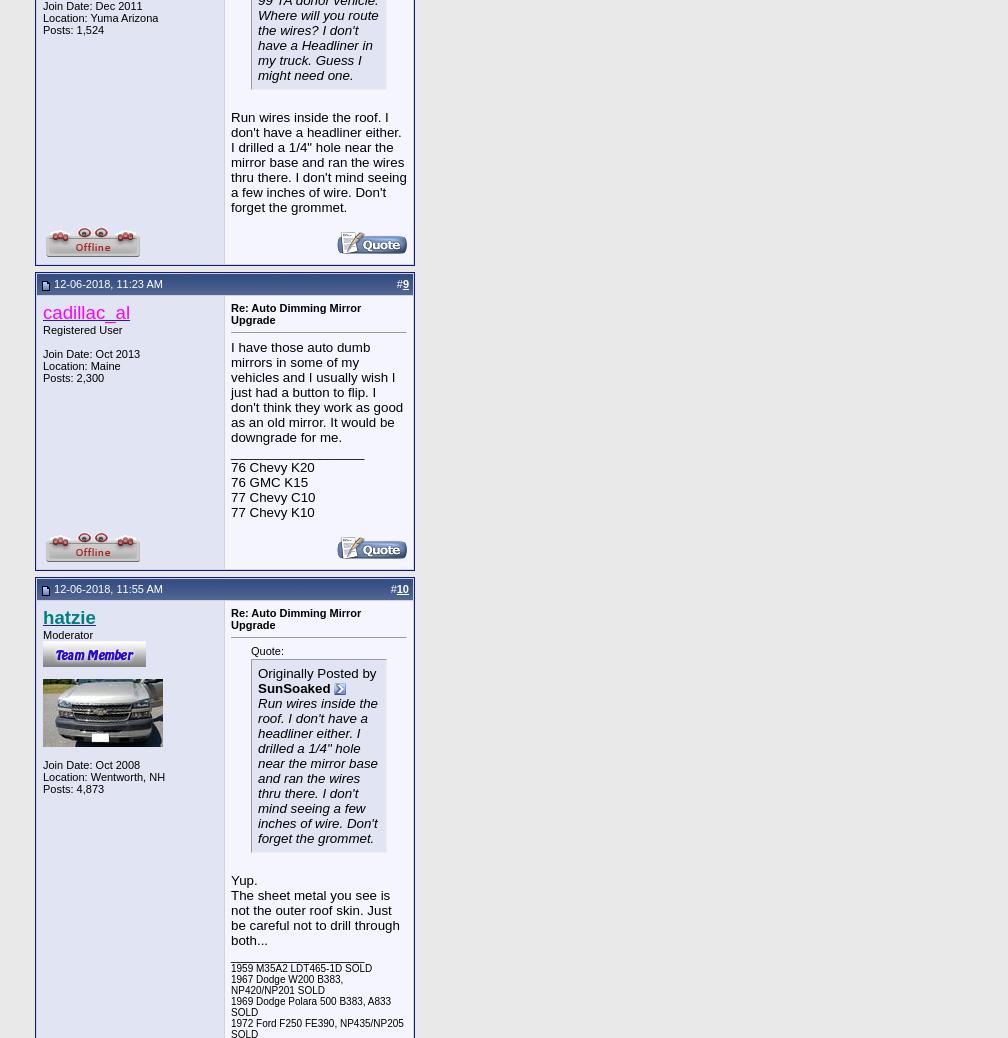 The height and width of the screenshot is (1038, 1008). What do you see at coordinates (294, 686) in the screenshot?
I see `'SunSoaked'` at bounding box center [294, 686].